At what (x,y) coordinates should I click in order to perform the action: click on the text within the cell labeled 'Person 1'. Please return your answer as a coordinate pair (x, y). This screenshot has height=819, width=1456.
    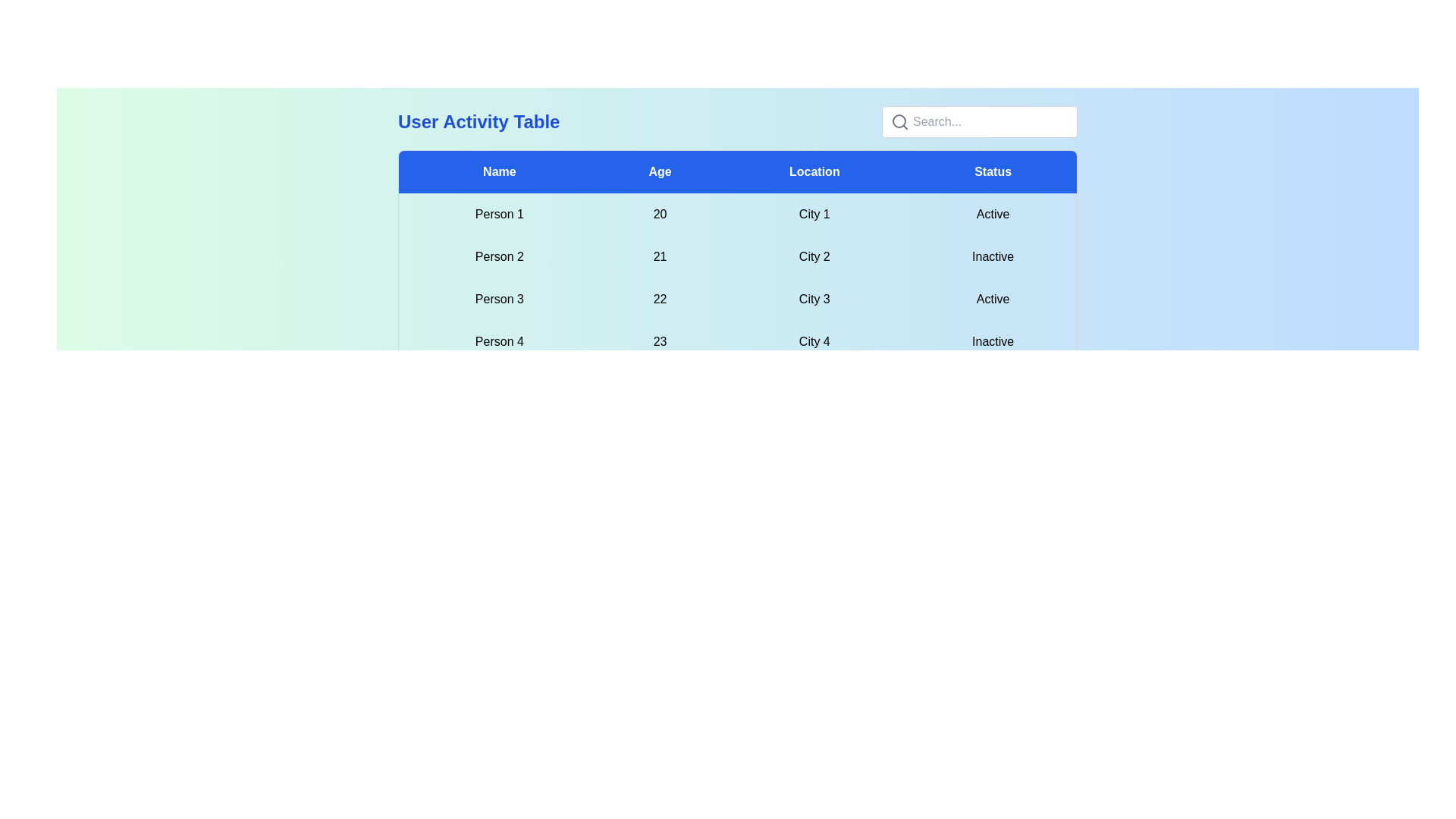
    Looking at the image, I should click on (498, 214).